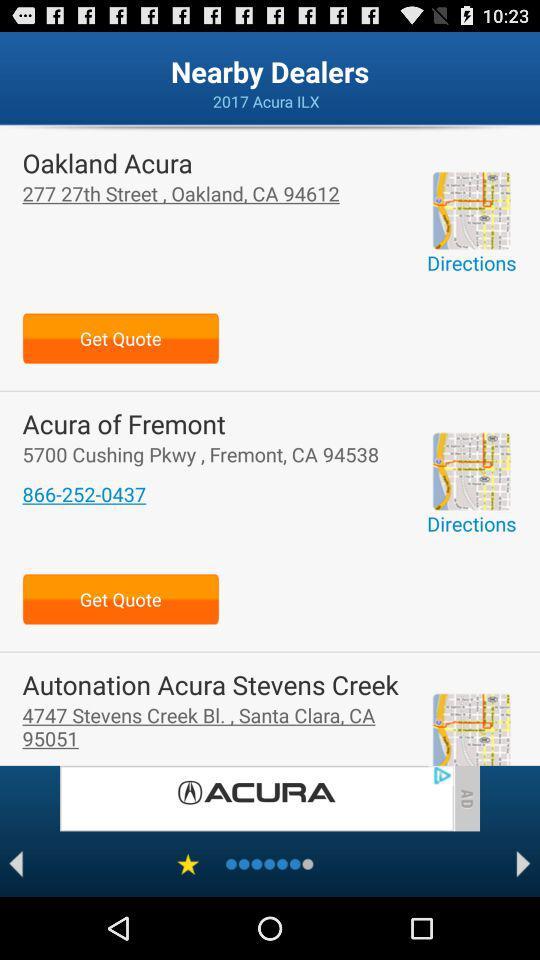 The height and width of the screenshot is (960, 540). What do you see at coordinates (471, 728) in the screenshot?
I see `the location` at bounding box center [471, 728].